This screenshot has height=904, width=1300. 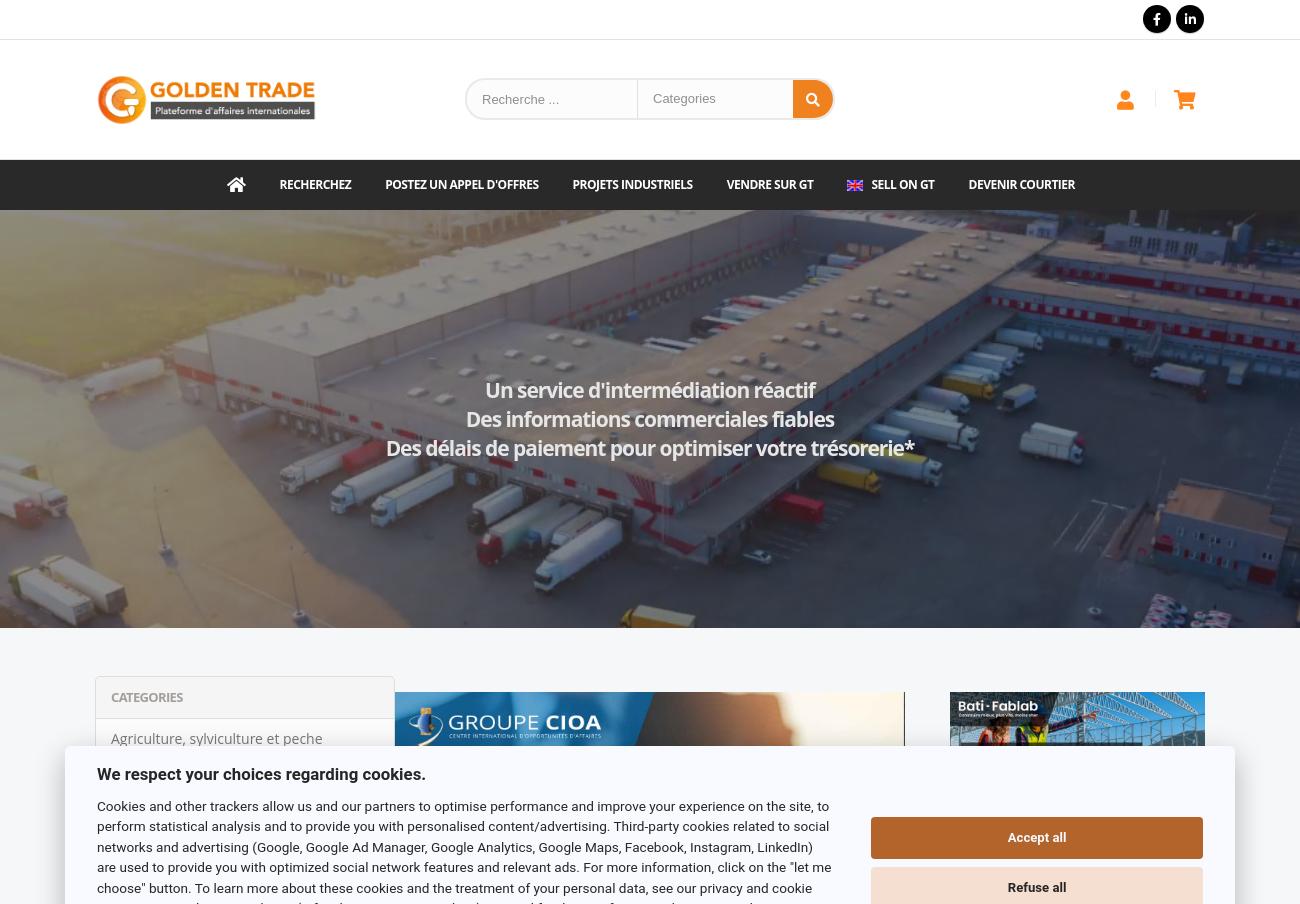 I want to click on 'Vendre sur GT', so click(x=768, y=184).